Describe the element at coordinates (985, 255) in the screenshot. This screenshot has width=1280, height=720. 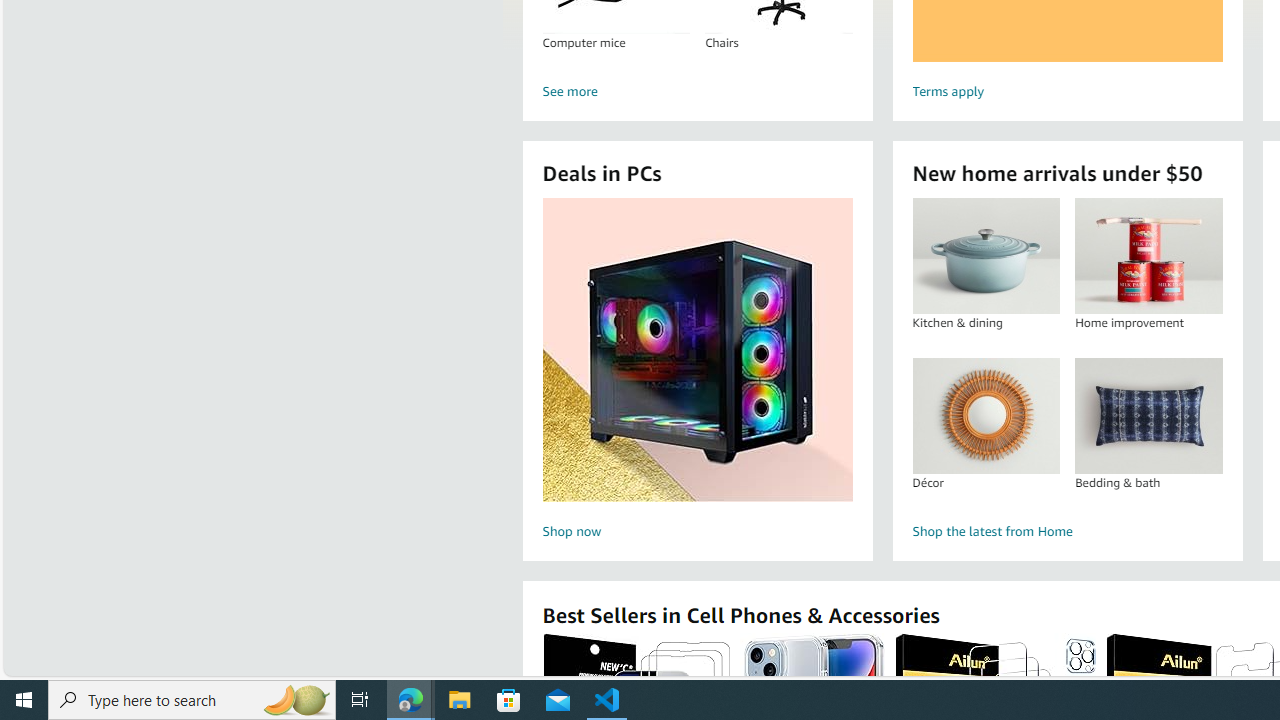
I see `'Kitchen & dining'` at that location.